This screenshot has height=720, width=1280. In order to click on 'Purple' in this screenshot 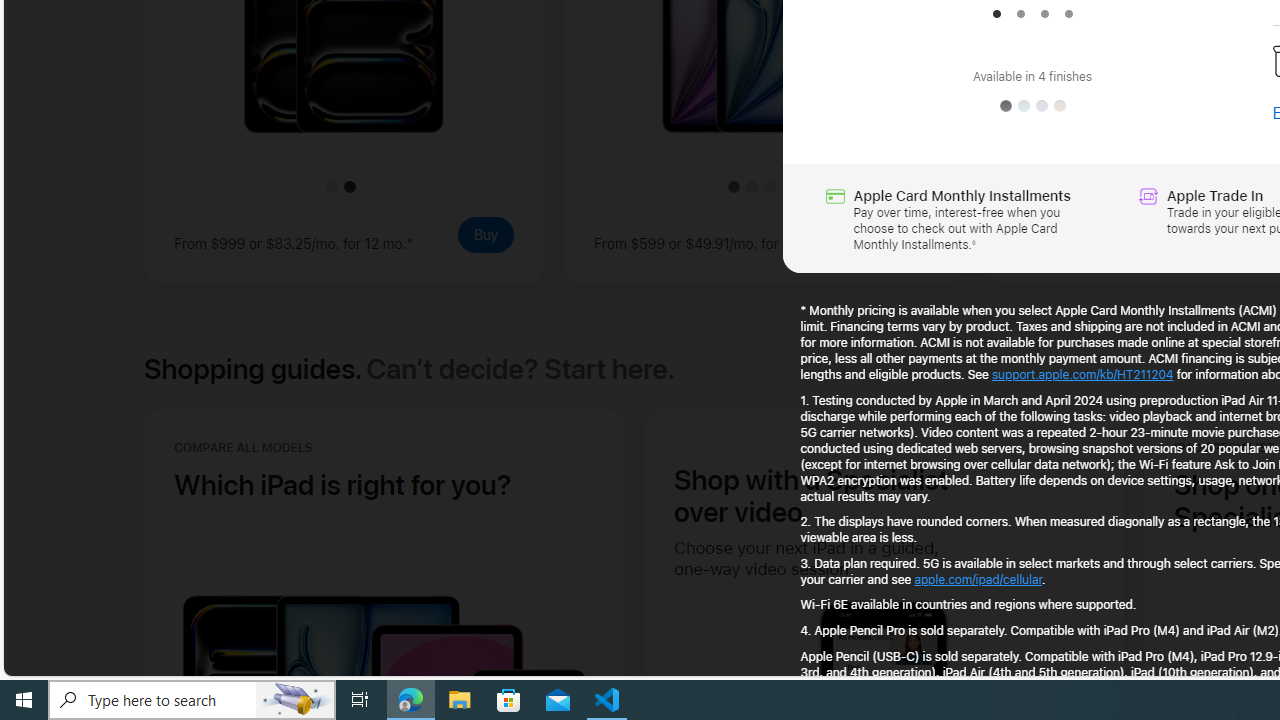, I will do `click(1040, 106)`.